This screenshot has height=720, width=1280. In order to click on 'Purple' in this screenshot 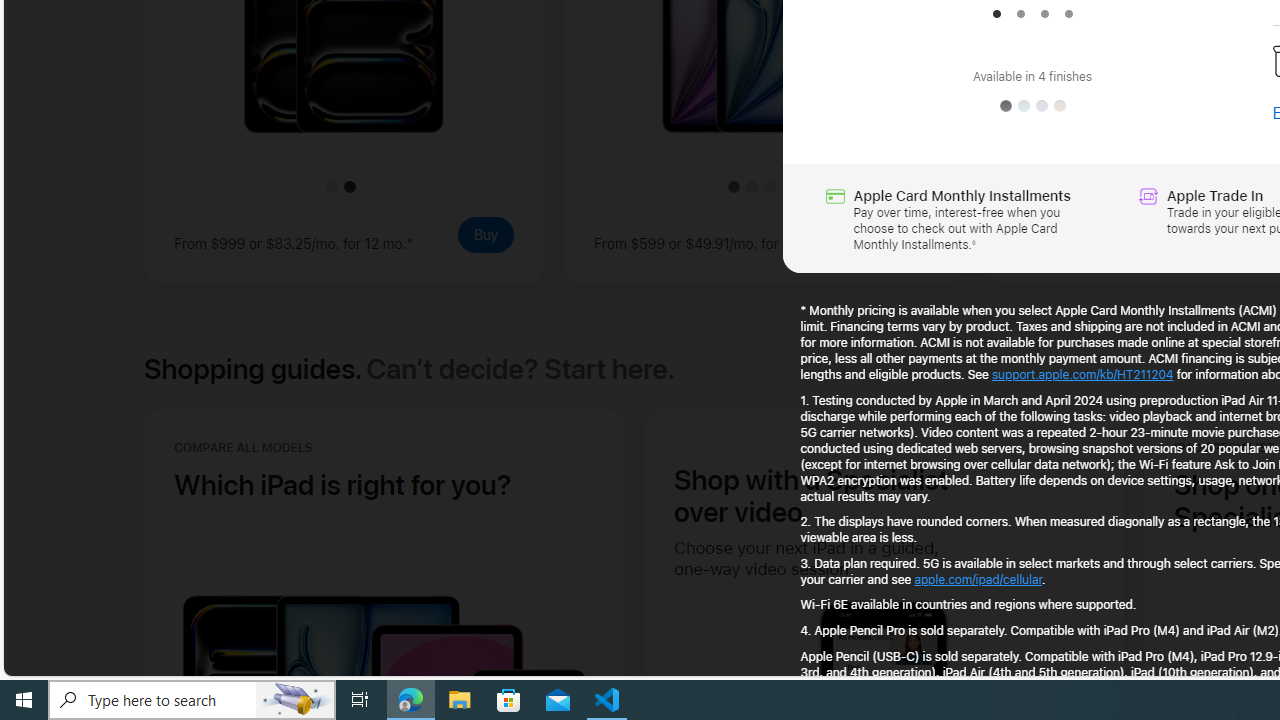, I will do `click(1040, 106)`.